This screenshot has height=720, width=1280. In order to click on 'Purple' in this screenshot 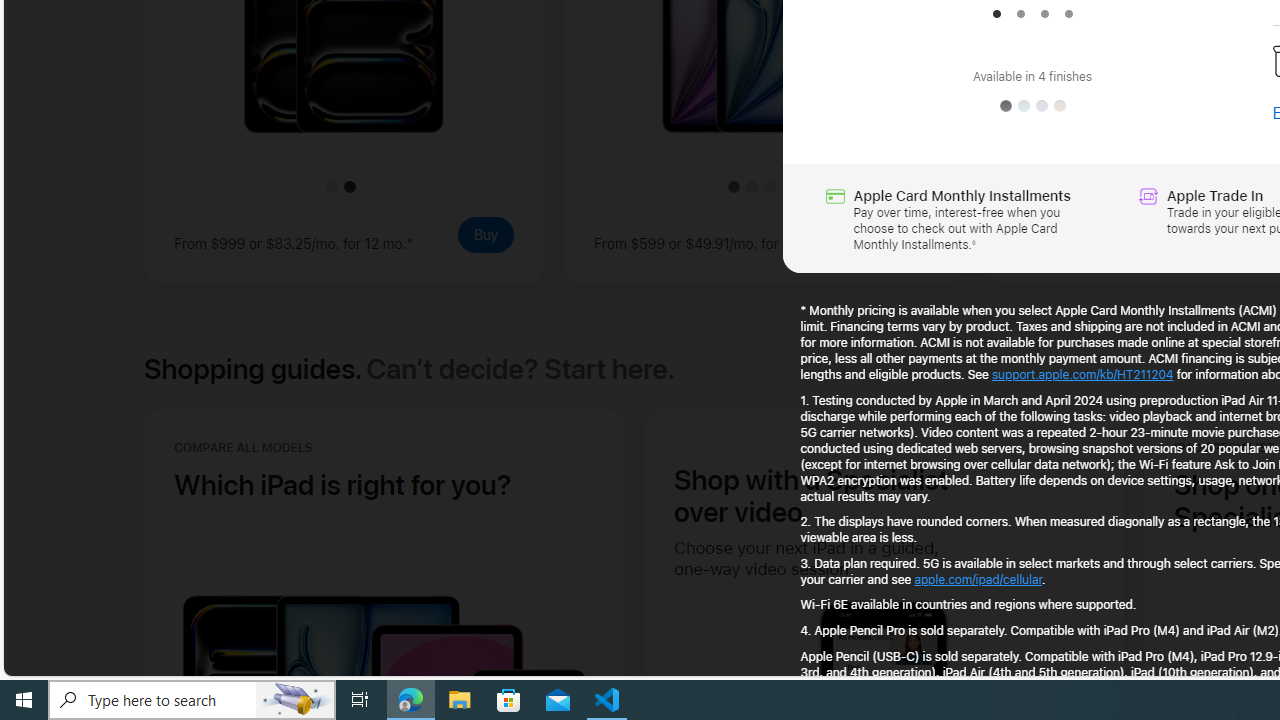, I will do `click(1040, 106)`.